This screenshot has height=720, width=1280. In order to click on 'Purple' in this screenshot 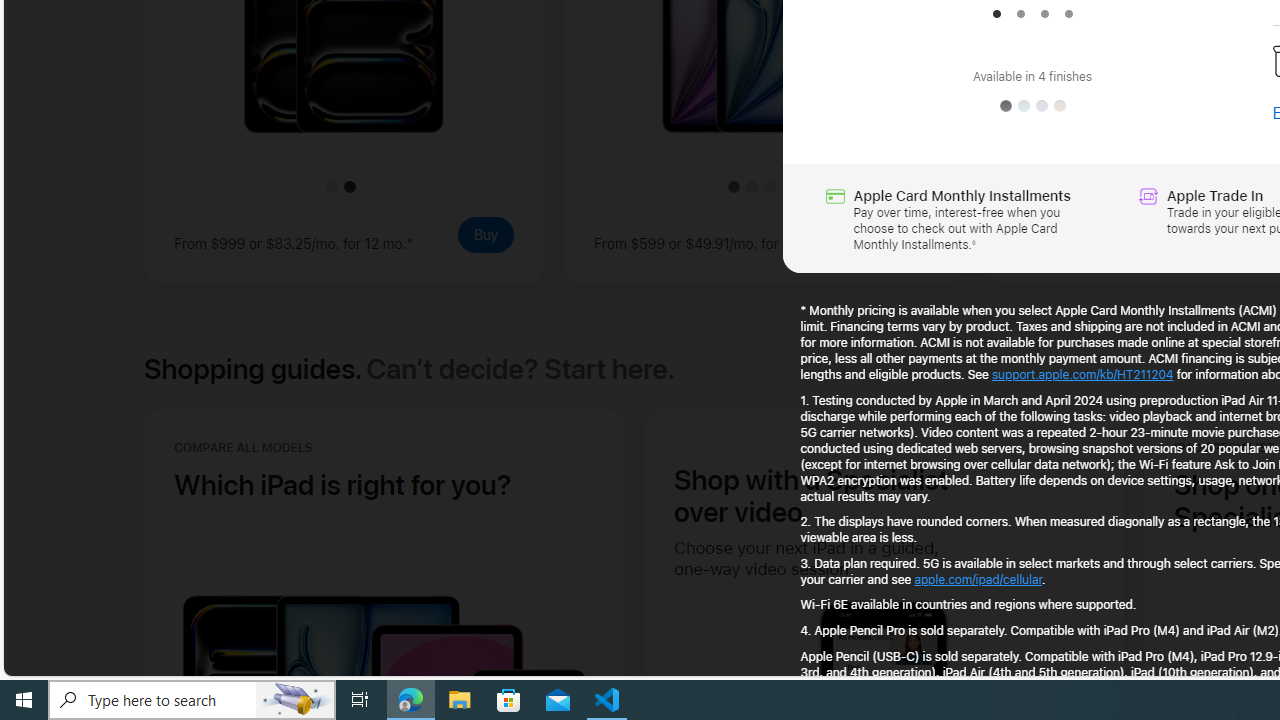, I will do `click(1040, 106)`.